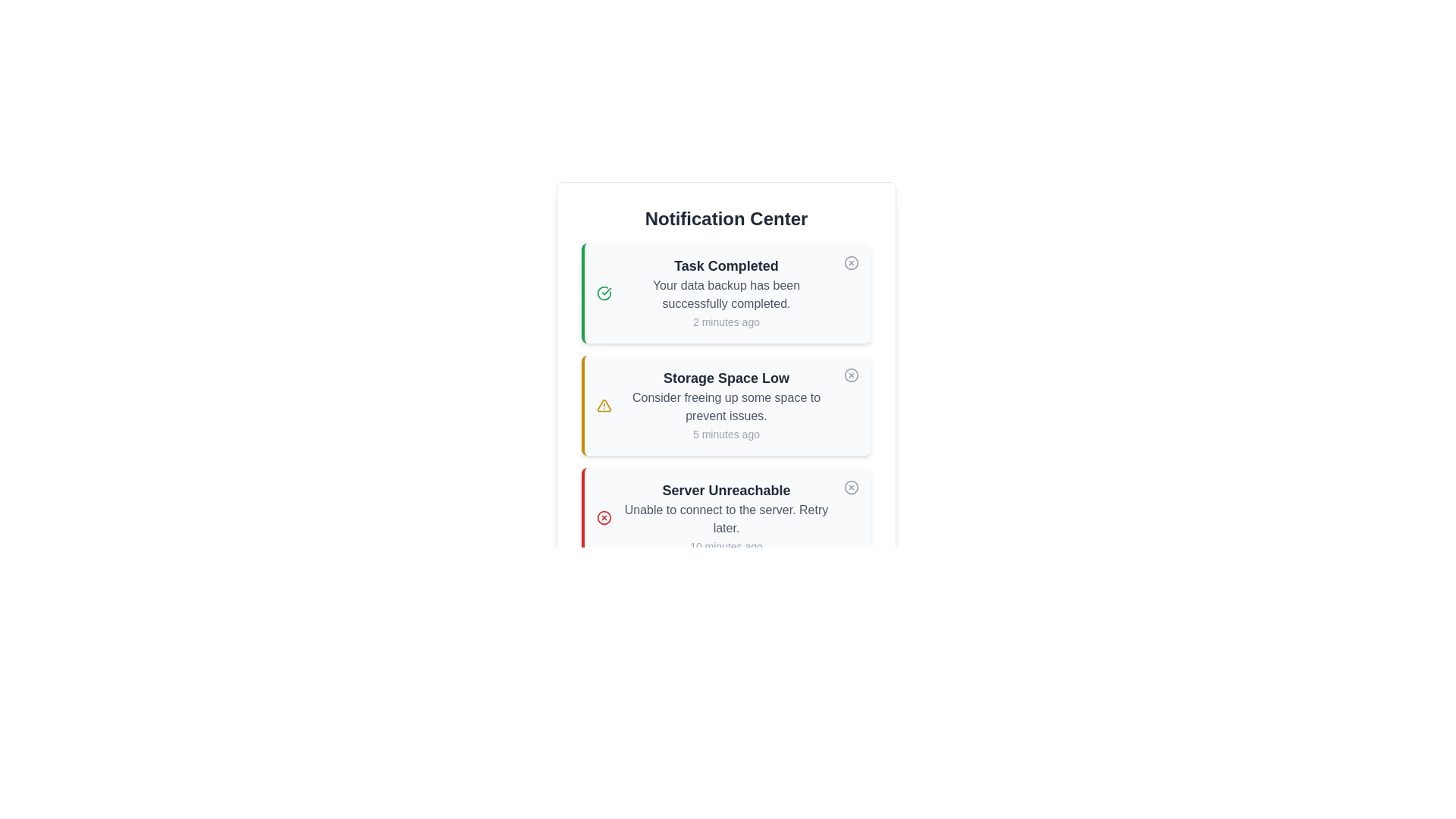  What do you see at coordinates (726, 547) in the screenshot?
I see `the timestamp label located at the bottom right corner of the third notification card in the 'Notification Center' section, which displays the 'Server Unreachable' message` at bounding box center [726, 547].